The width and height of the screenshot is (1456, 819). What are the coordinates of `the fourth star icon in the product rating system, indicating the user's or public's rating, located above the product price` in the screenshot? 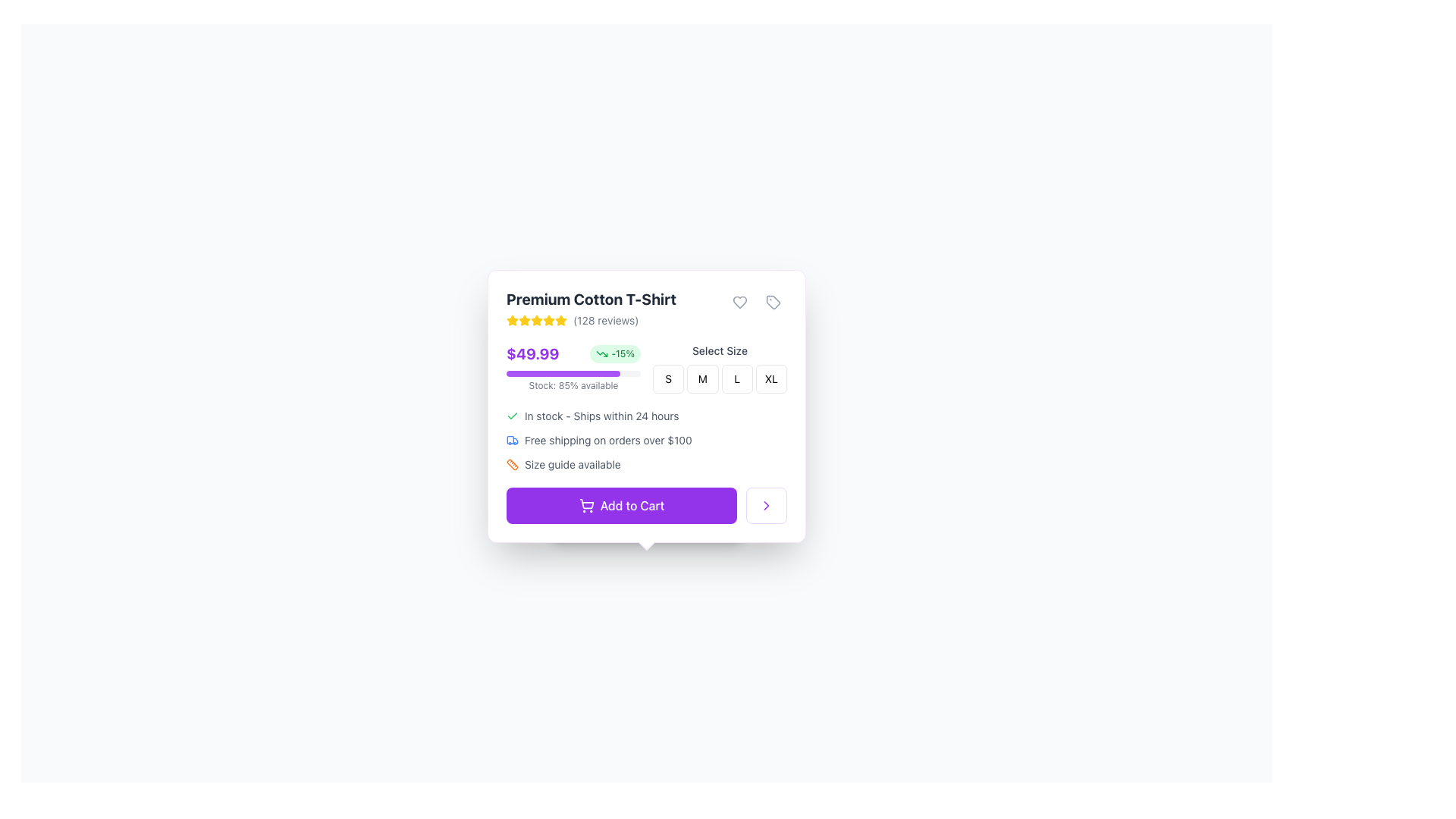 It's located at (537, 320).